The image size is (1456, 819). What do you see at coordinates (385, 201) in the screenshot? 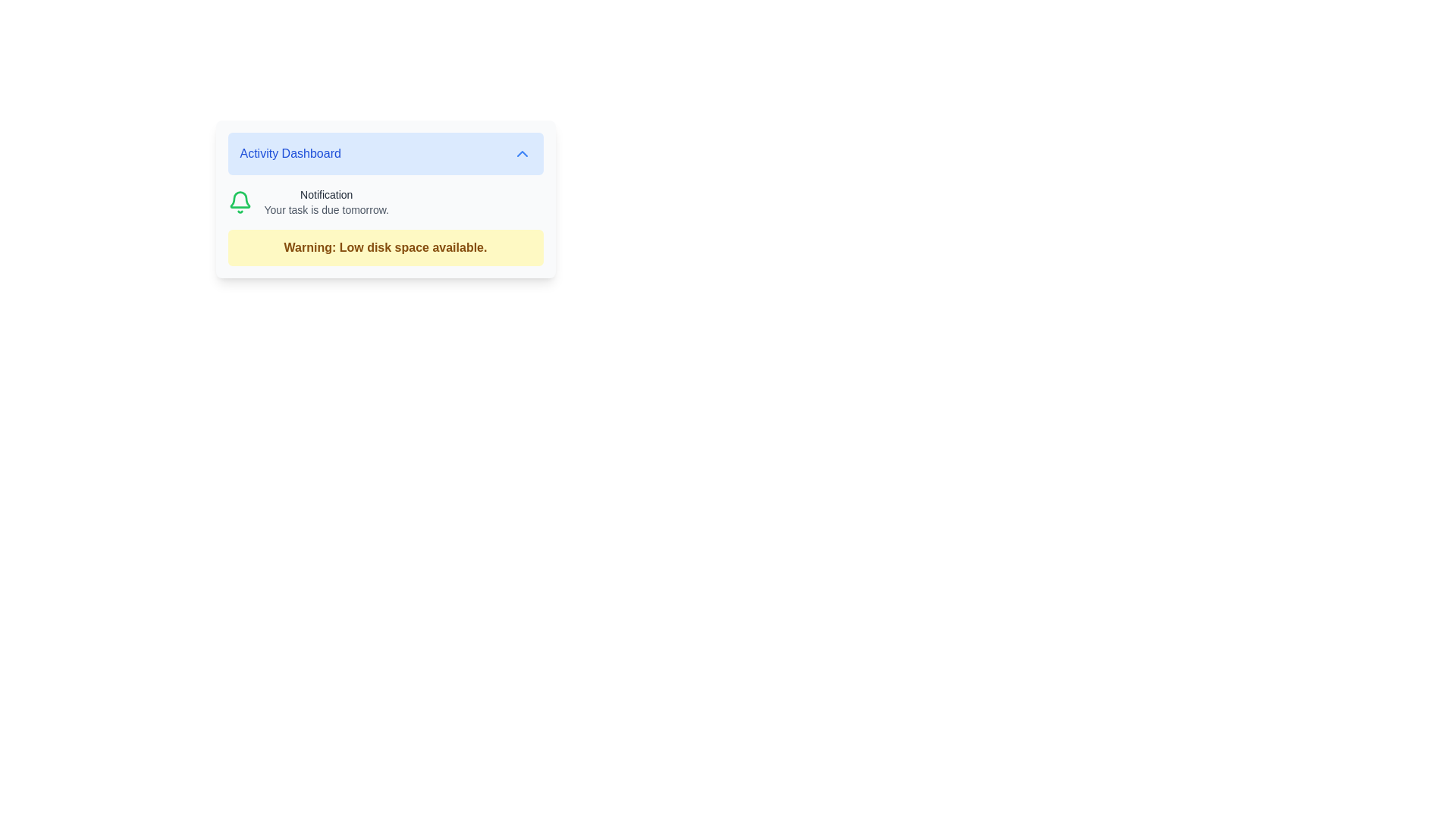
I see `the notification settings icon on the first notification item in the Activity Dashboard panel, which informs the user of a task due date` at bounding box center [385, 201].